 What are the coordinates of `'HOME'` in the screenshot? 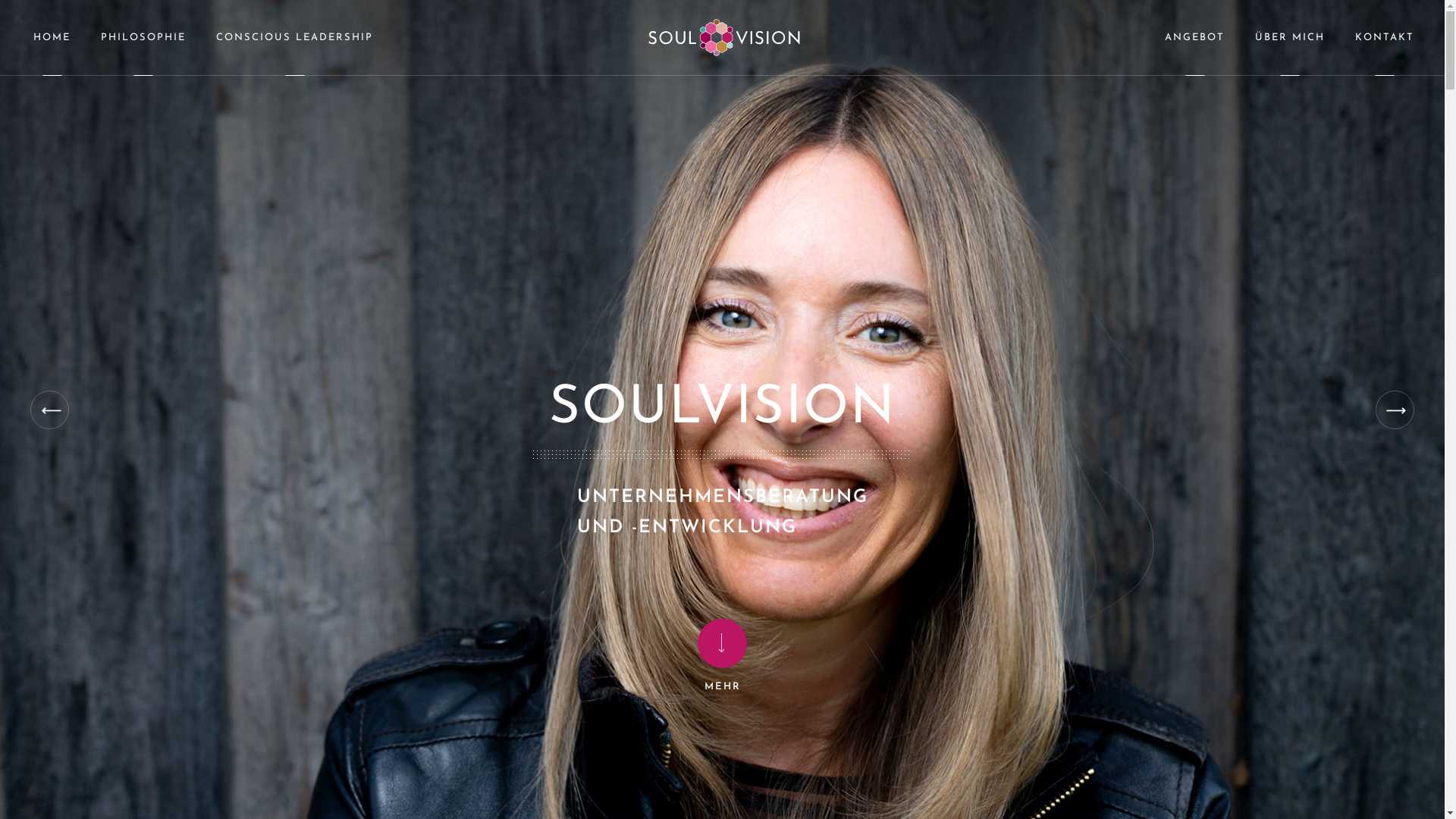 It's located at (52, 36).